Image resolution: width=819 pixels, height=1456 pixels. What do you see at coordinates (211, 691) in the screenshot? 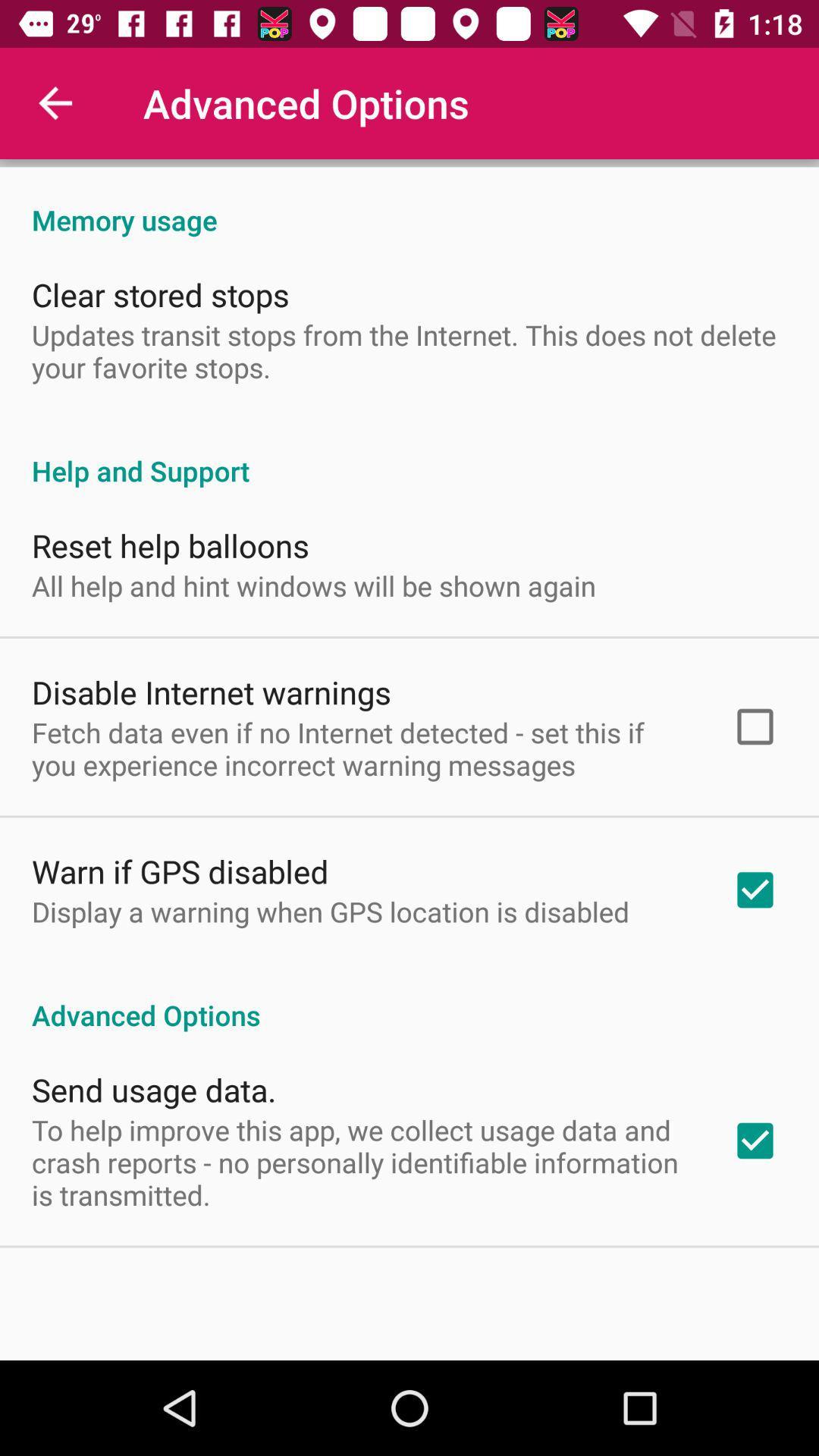
I see `the item below all help and icon` at bounding box center [211, 691].